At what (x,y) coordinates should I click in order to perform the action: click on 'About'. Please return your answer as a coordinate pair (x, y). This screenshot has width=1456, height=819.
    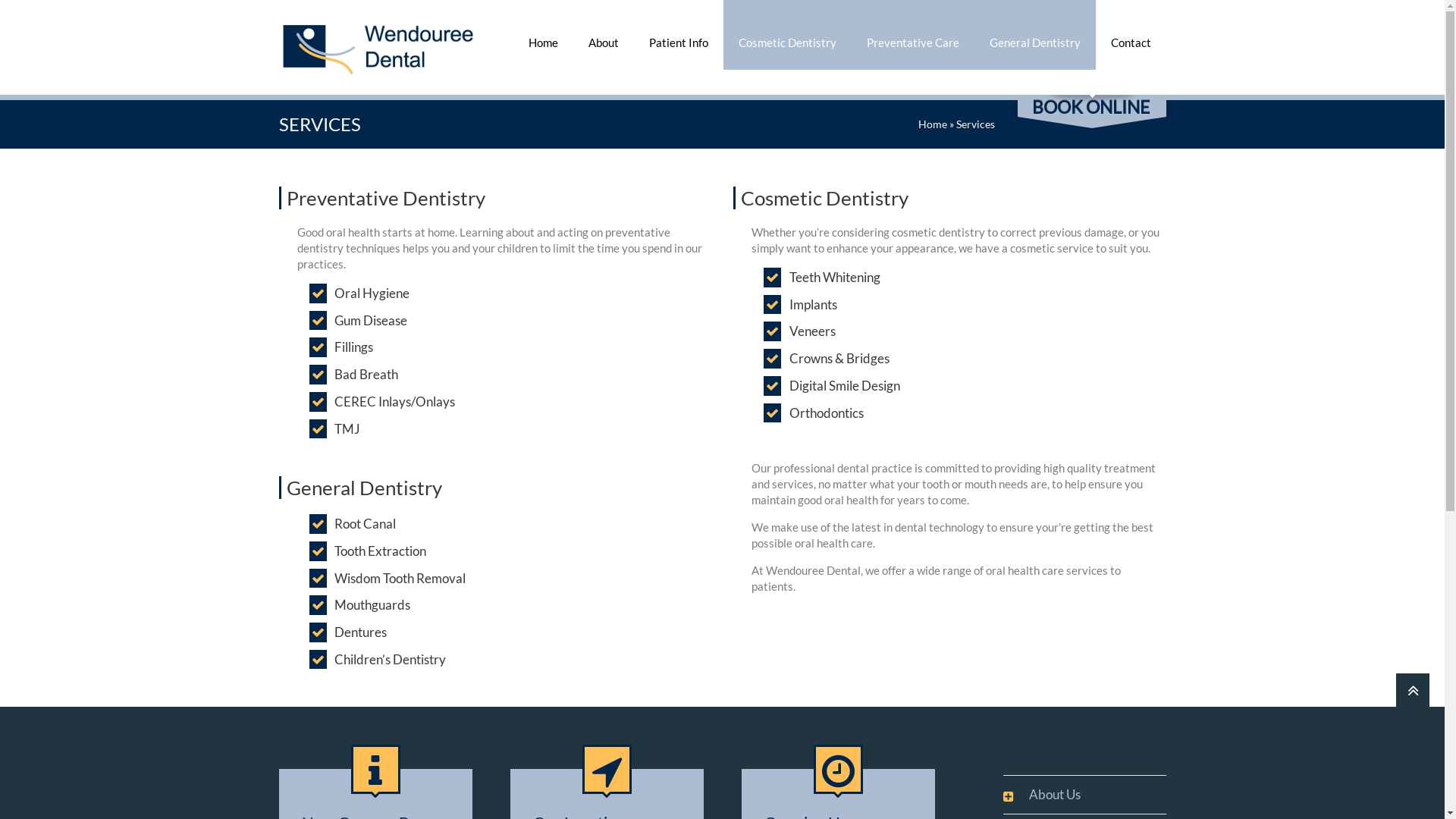
    Looking at the image, I should click on (572, 34).